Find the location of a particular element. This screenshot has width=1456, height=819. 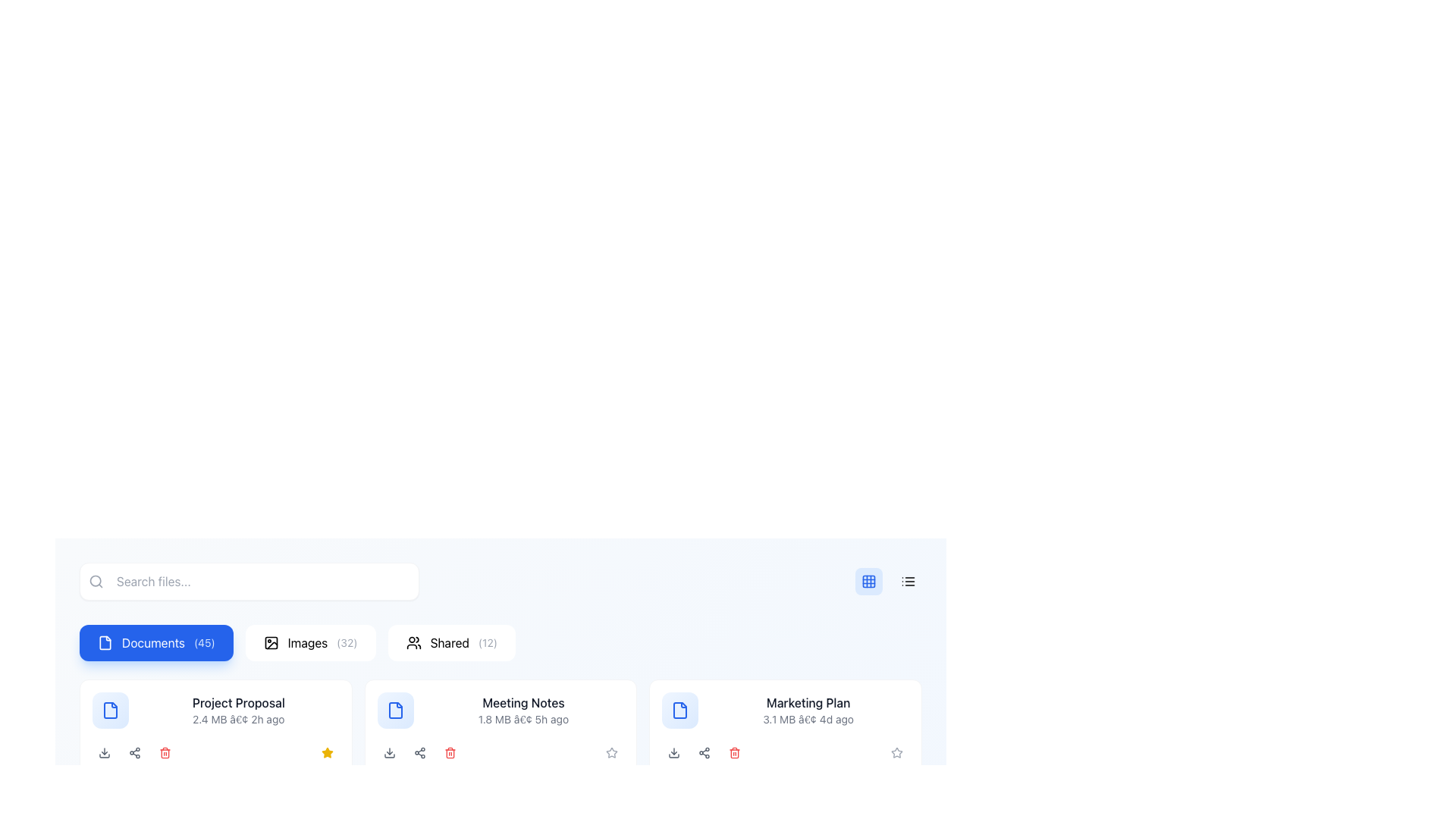

the star icon at the bottom of the 'Marketing Plan' file card to confirm interaction with the favorite or rating feature is located at coordinates (896, 752).